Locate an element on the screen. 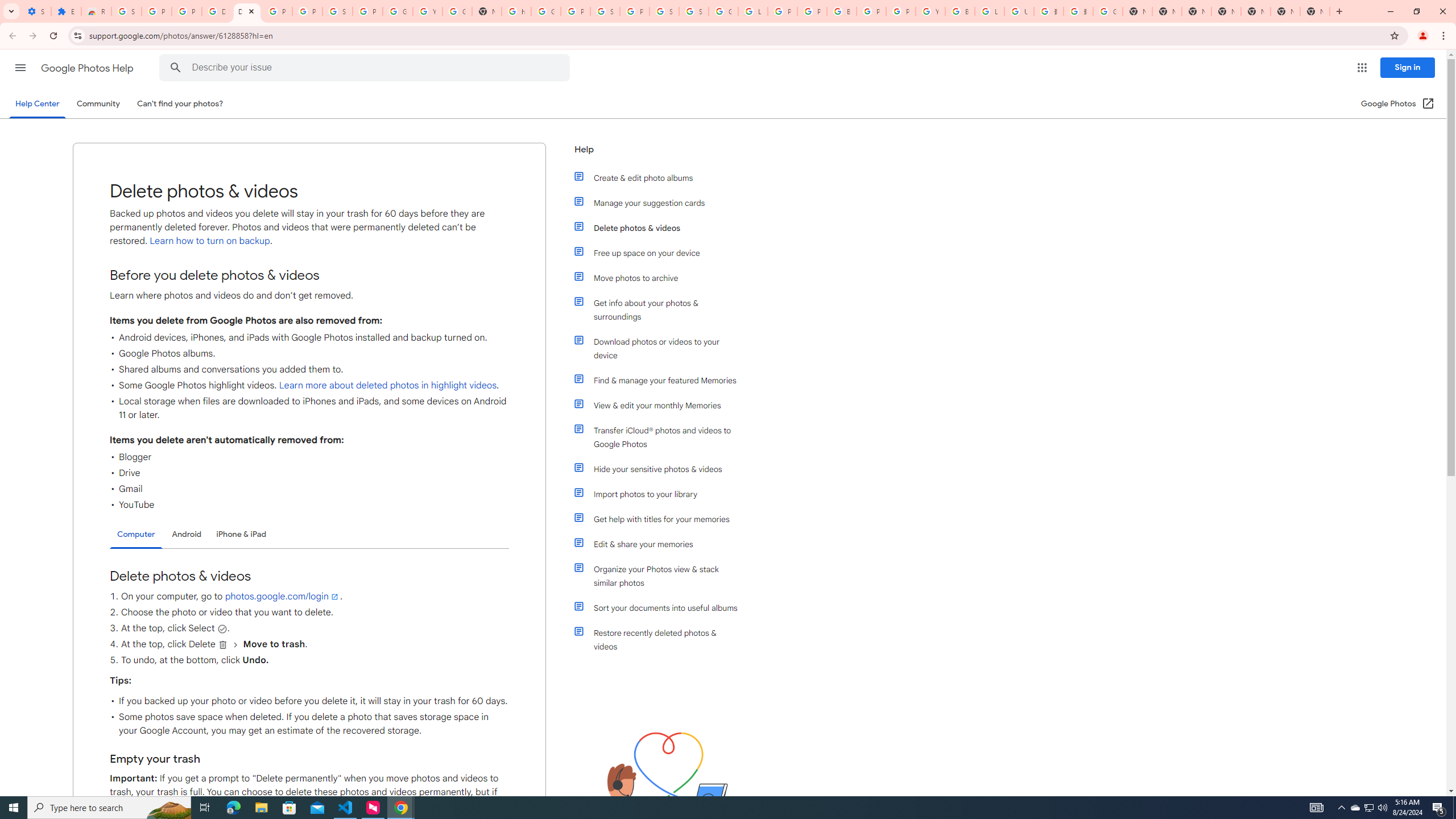 Image resolution: width=1456 pixels, height=819 pixels. 'Select' is located at coordinates (222, 628).